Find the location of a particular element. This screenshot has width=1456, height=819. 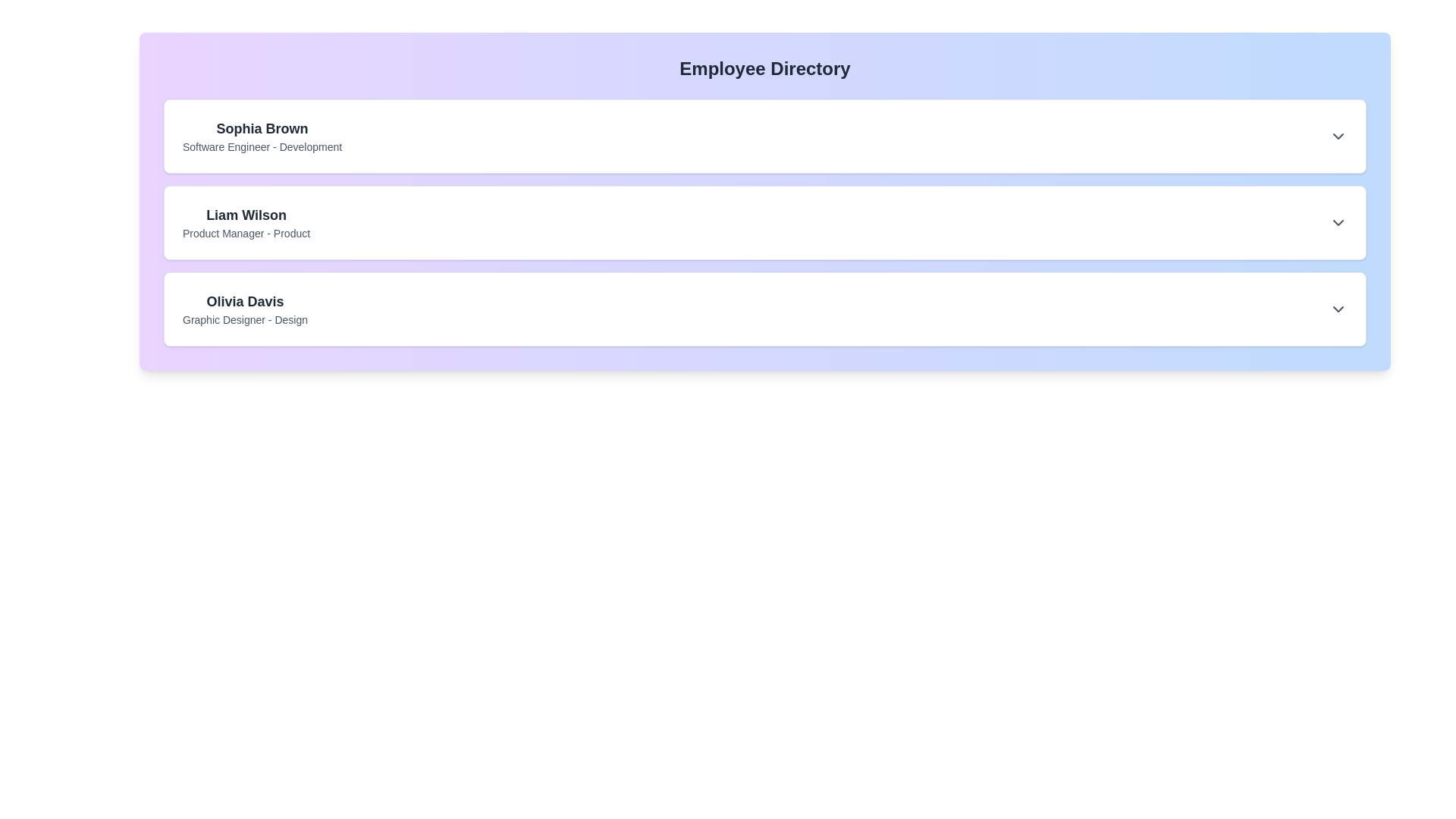

details of the Textual information block displaying 'Sophia Brown' as the title and 'Software Engineer - Development' as the subtitle, which is positioned at the top-left of a card-like structure is located at coordinates (262, 136).